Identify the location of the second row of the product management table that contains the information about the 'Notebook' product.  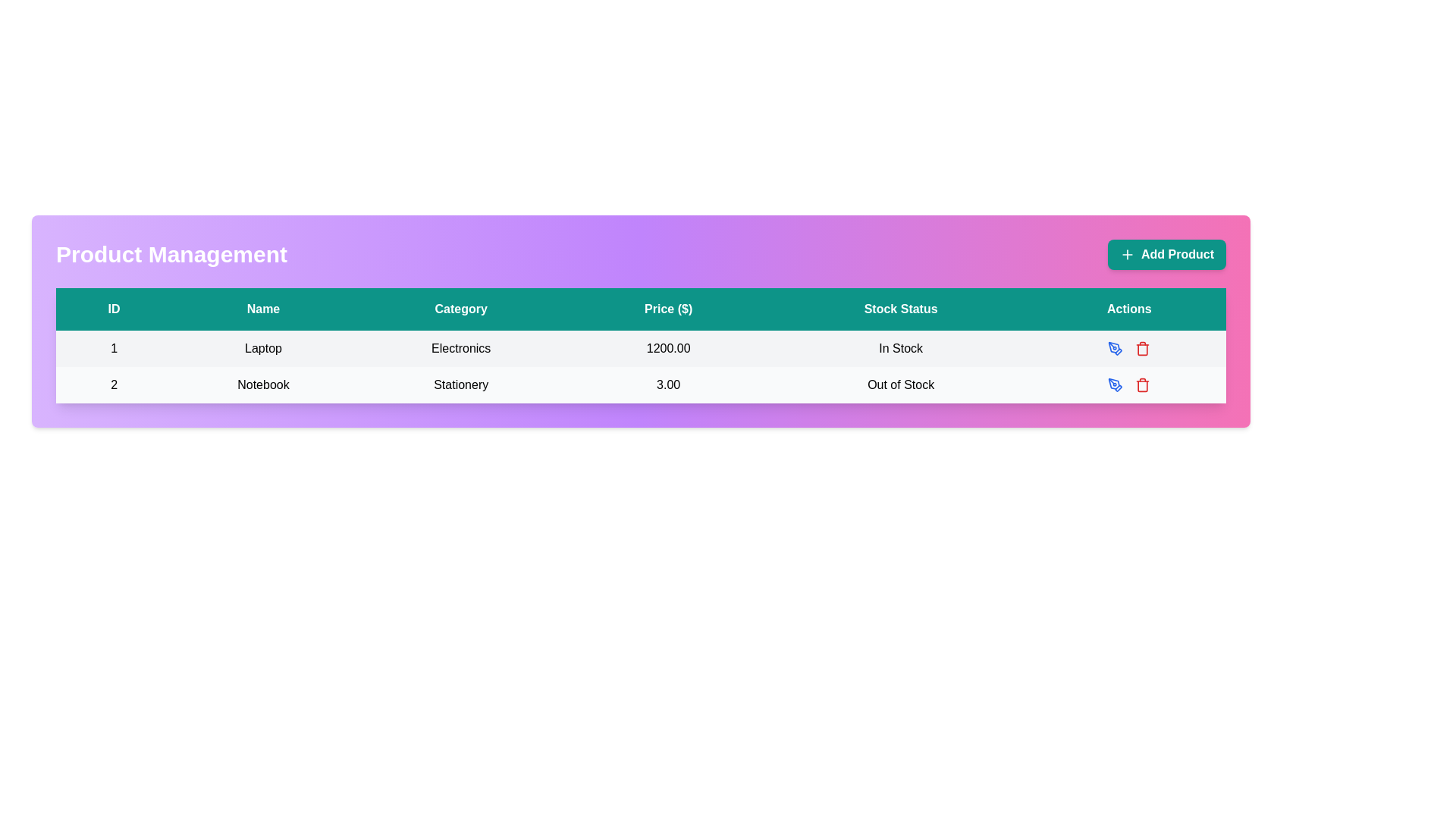
(641, 384).